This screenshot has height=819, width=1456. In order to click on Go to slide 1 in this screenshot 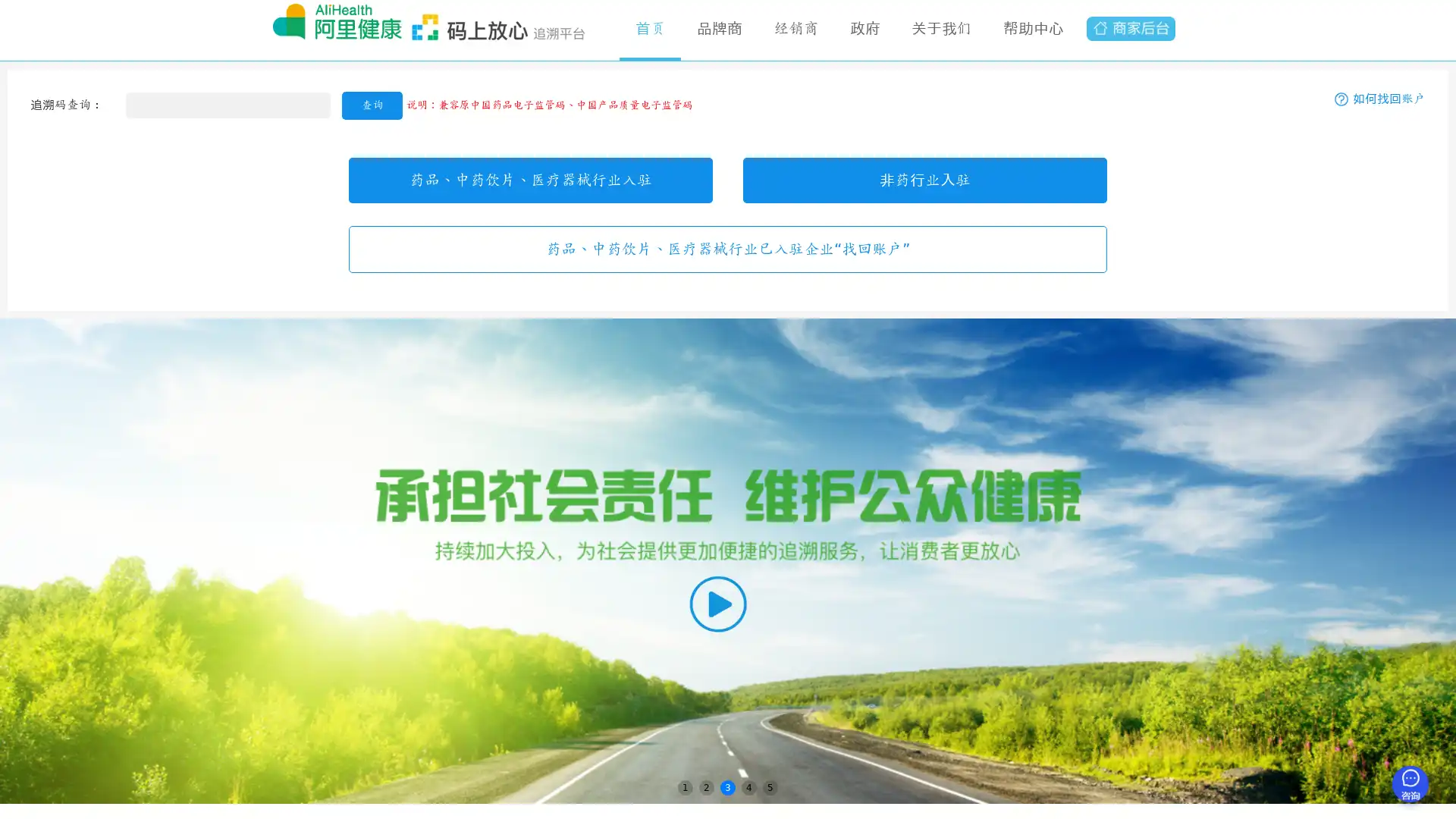, I will do `click(684, 786)`.